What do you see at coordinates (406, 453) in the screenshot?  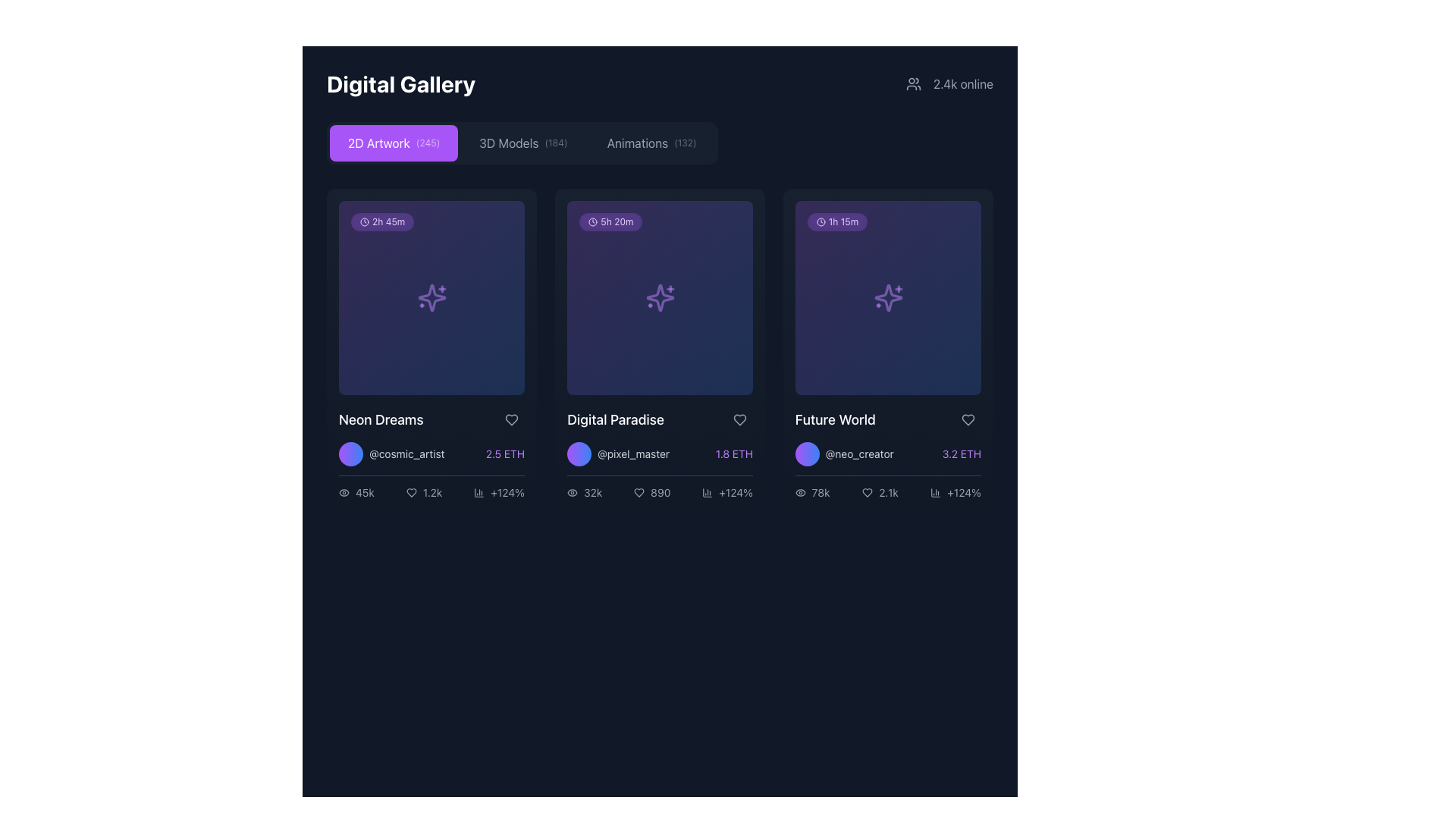 I see `the text label '@cosmic_artist'` at bounding box center [406, 453].